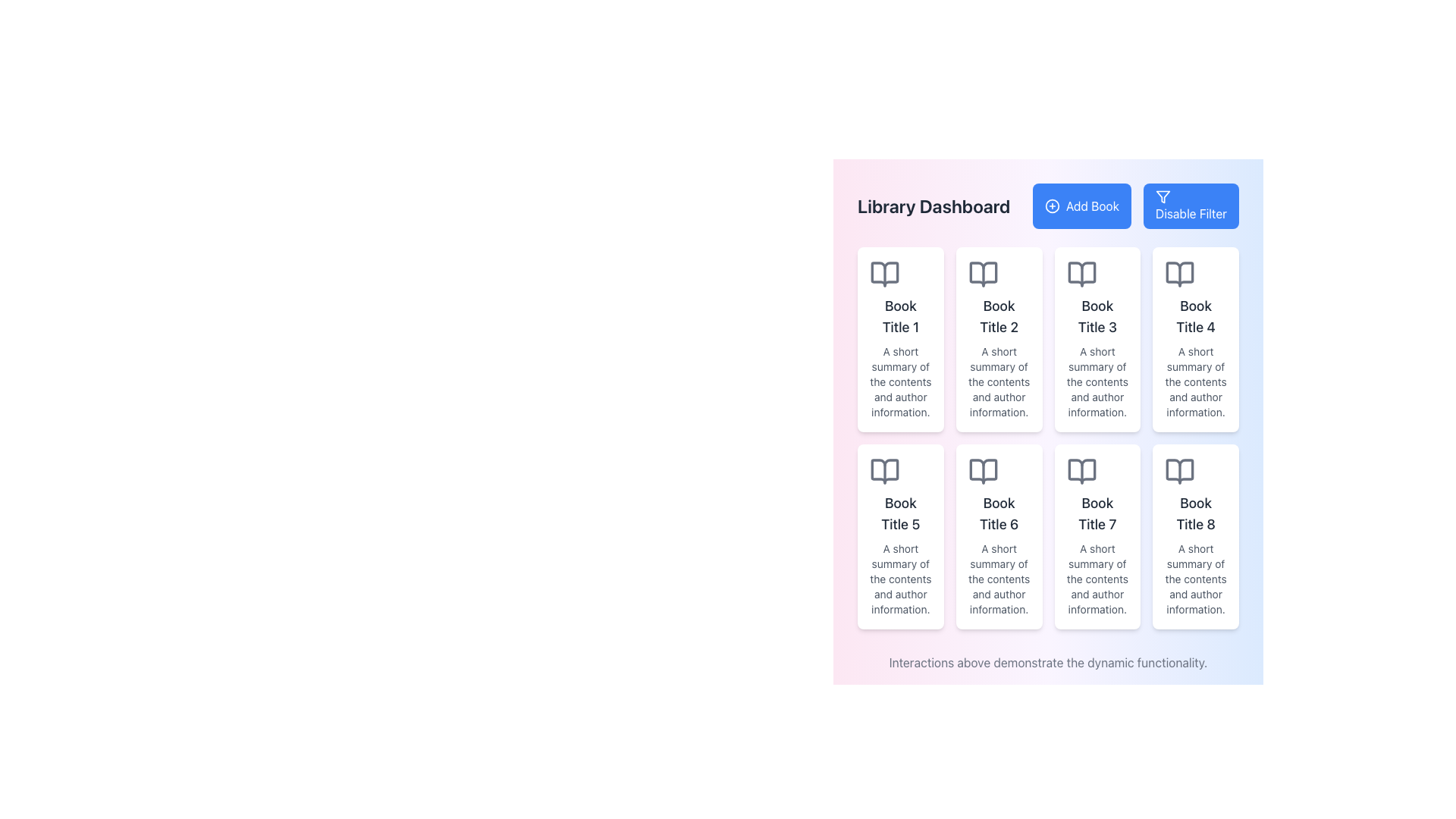  What do you see at coordinates (900, 513) in the screenshot?
I see `text string 'Book Title 5' located in the fifth book entry of the library dashboard, positioned below the open book icon and above the descriptive text` at bounding box center [900, 513].